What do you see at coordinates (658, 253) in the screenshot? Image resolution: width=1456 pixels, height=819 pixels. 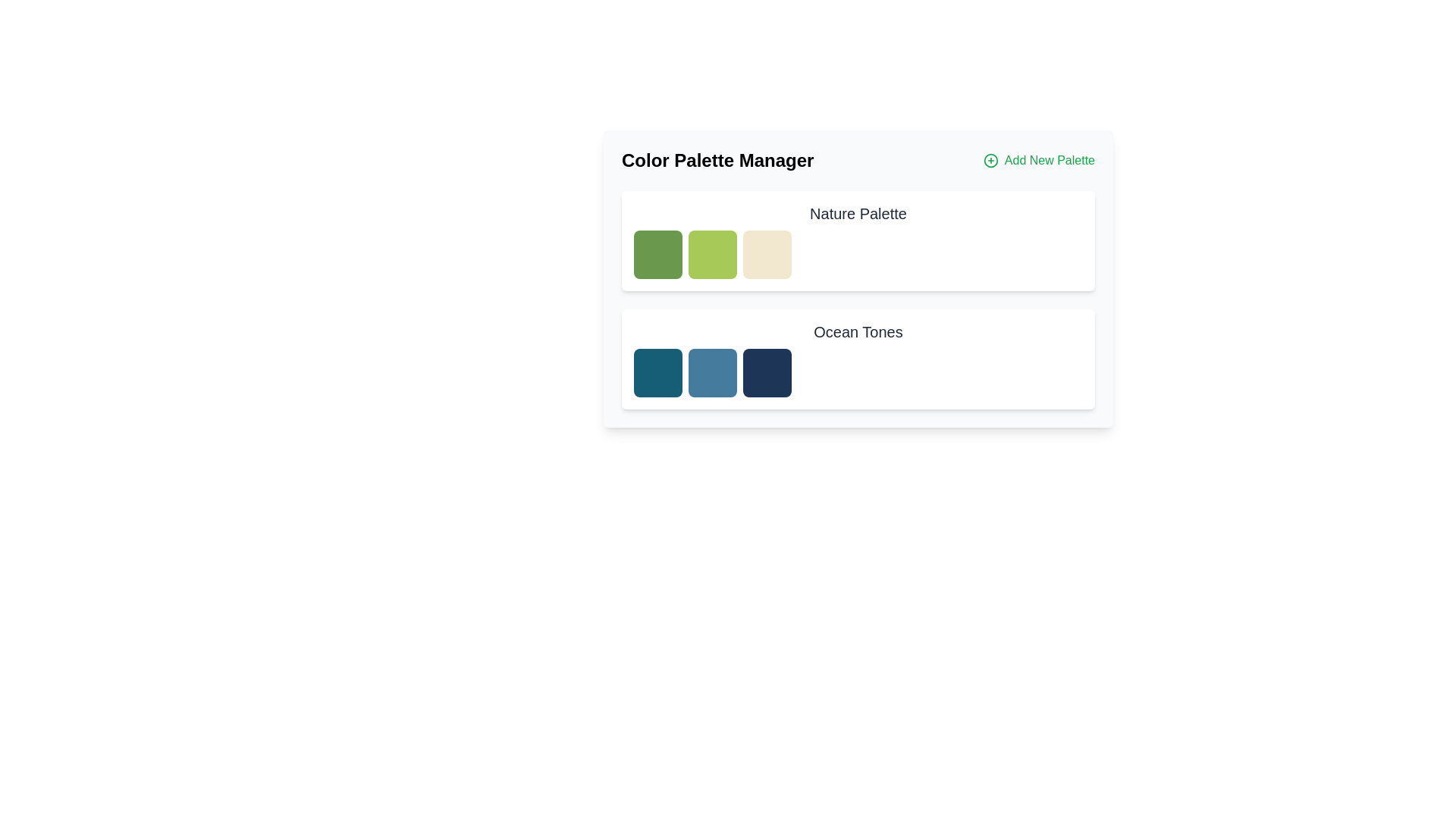 I see `the first color block in the 'Nature Palette' section, which represents a color option` at bounding box center [658, 253].